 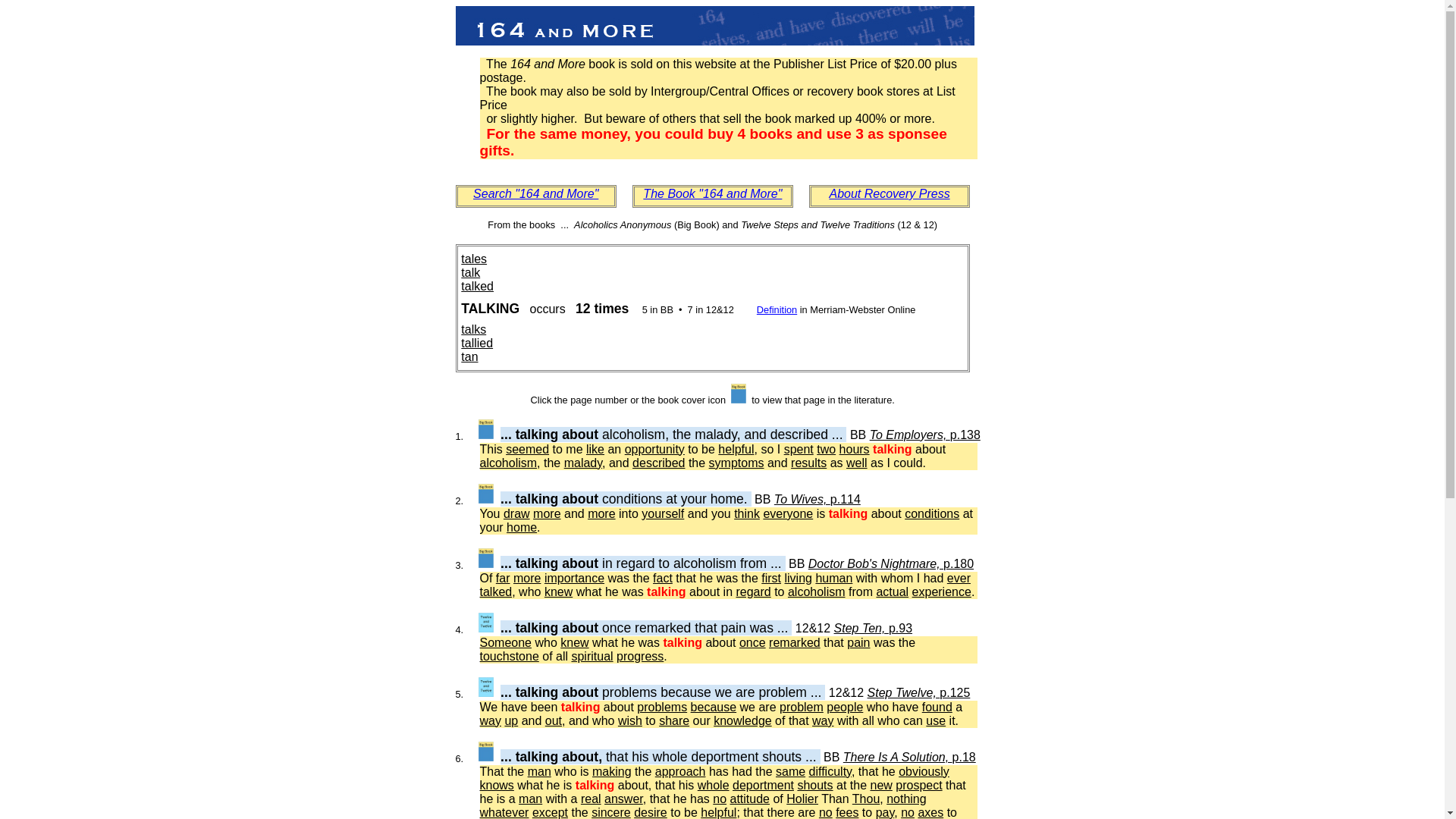 I want to click on 'obviously', so click(x=899, y=771).